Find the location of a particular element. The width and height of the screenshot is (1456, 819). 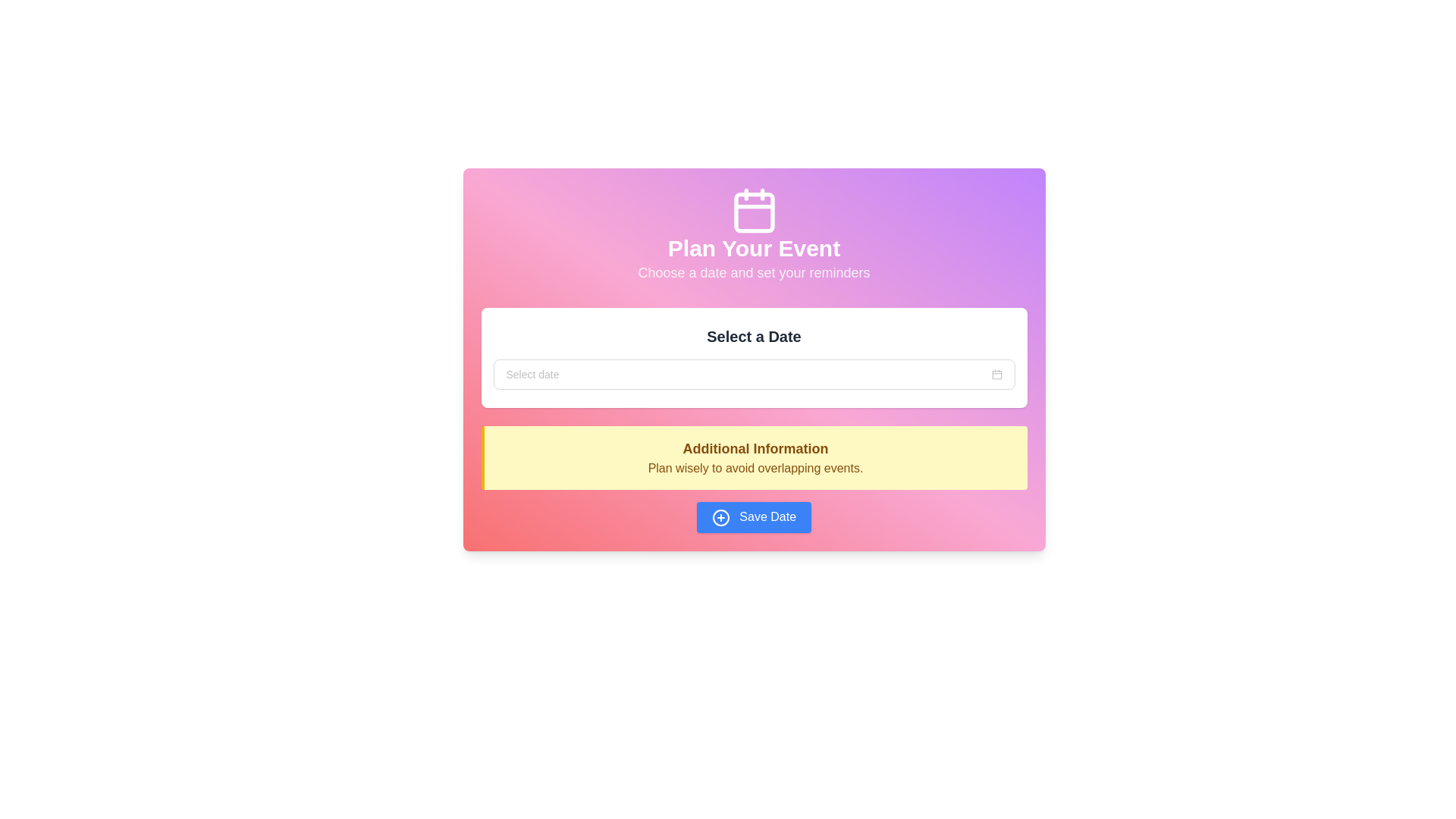

the Informational Banner with a yellow background and bold text 'Additional Information', located above the 'Save Date' button is located at coordinates (754, 479).